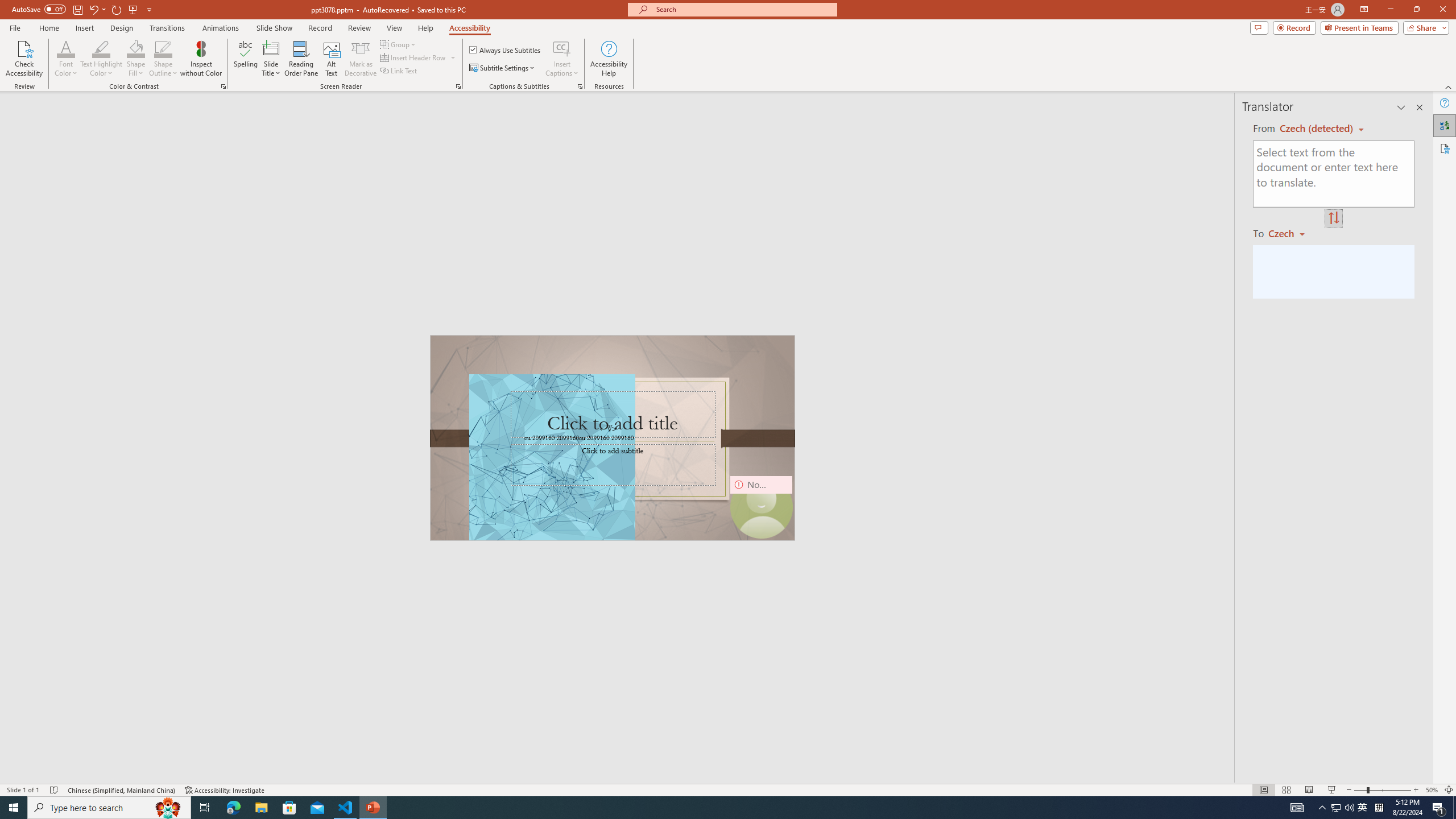 This screenshot has width=1456, height=819. What do you see at coordinates (608, 429) in the screenshot?
I see `'TextBox 7'` at bounding box center [608, 429].